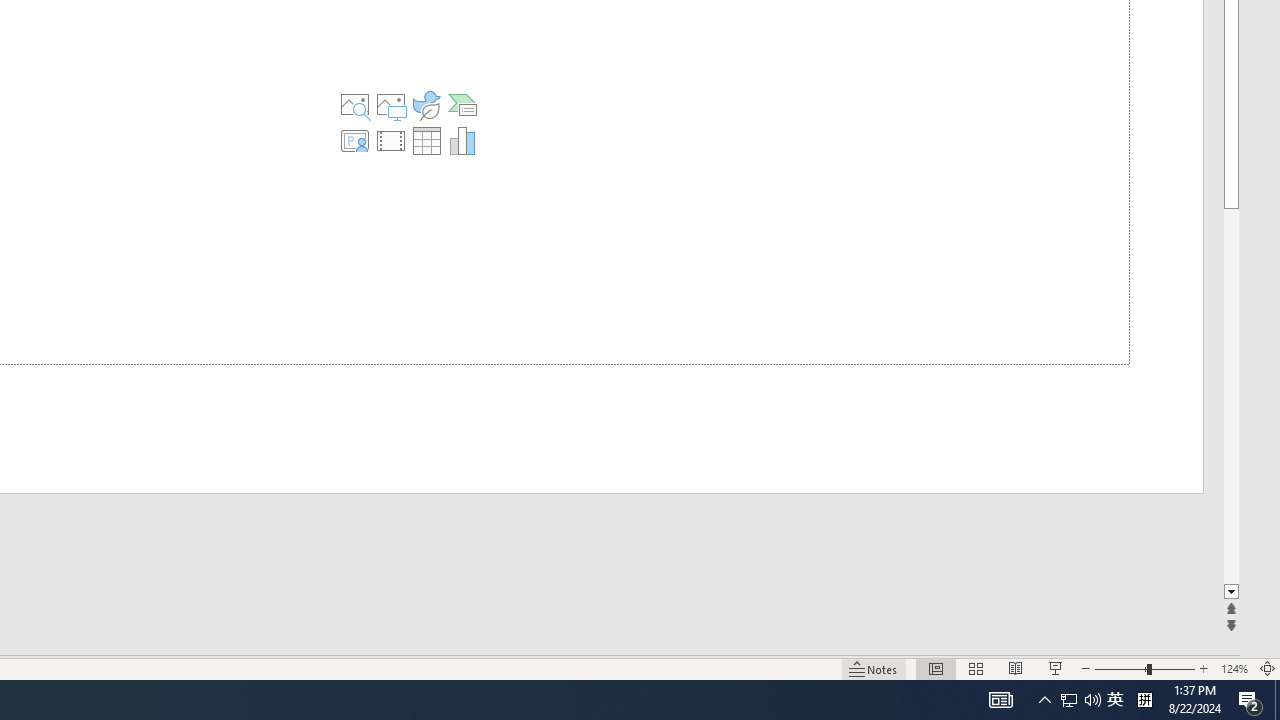 The width and height of the screenshot is (1280, 720). I want to click on 'Insert Cameo', so click(355, 140).